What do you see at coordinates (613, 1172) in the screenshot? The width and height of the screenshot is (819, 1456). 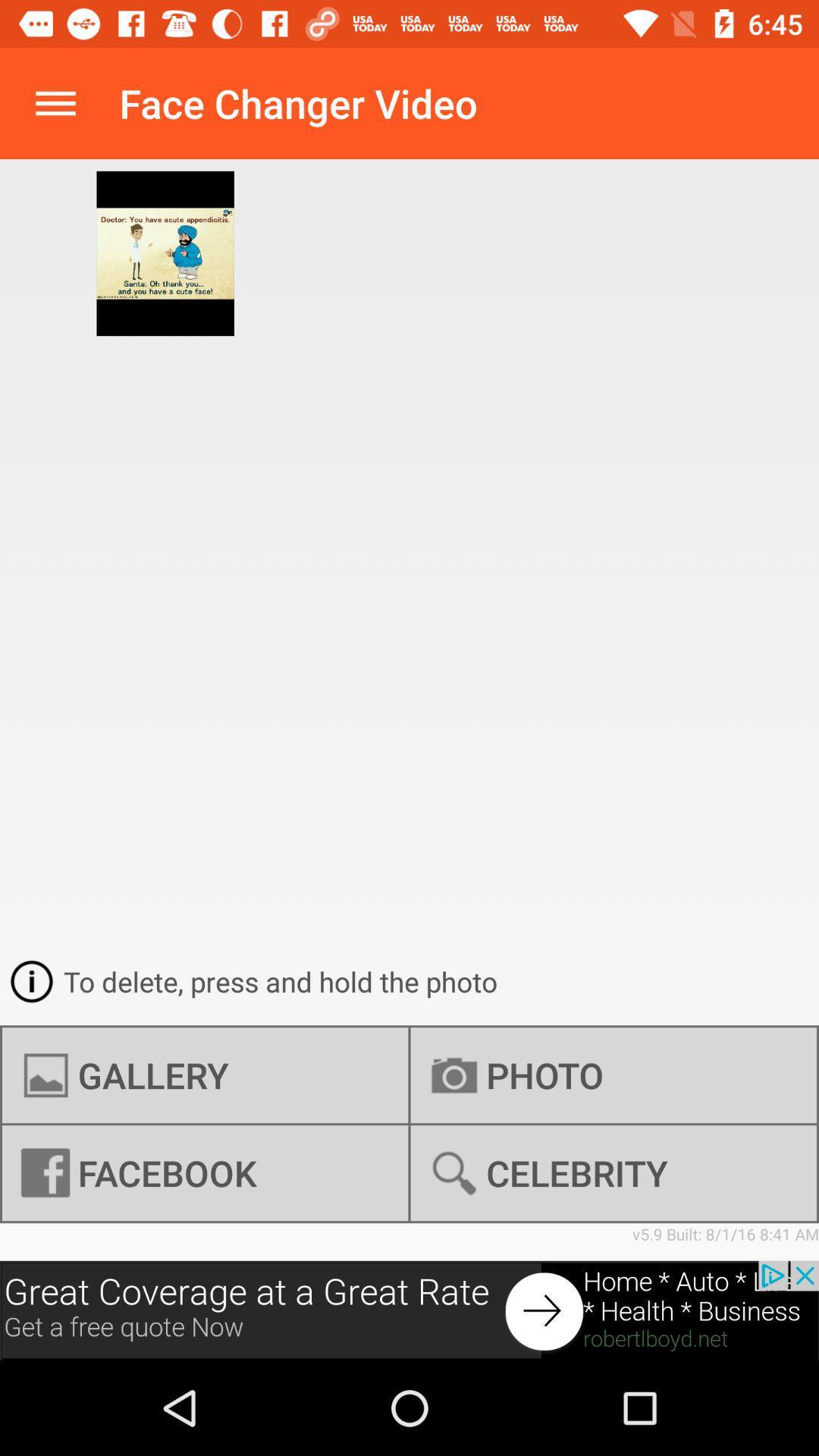 I see `the item to the right of the gallery icon` at bounding box center [613, 1172].